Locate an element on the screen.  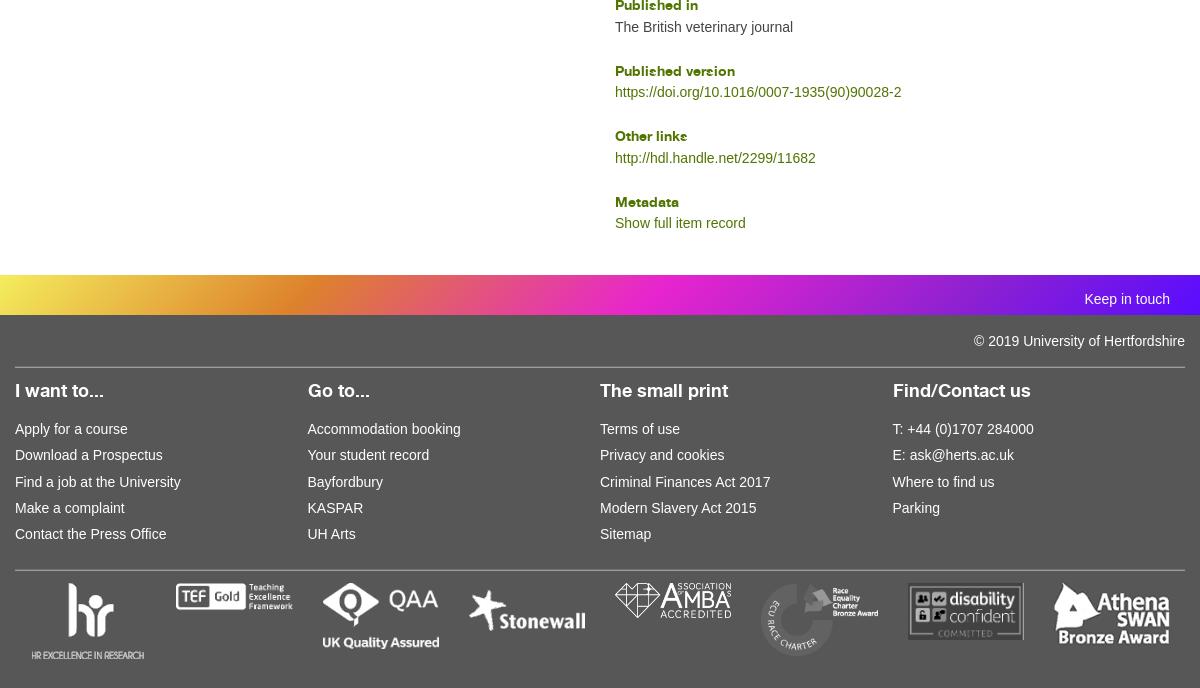
'Download a Prospectus' is located at coordinates (88, 453).